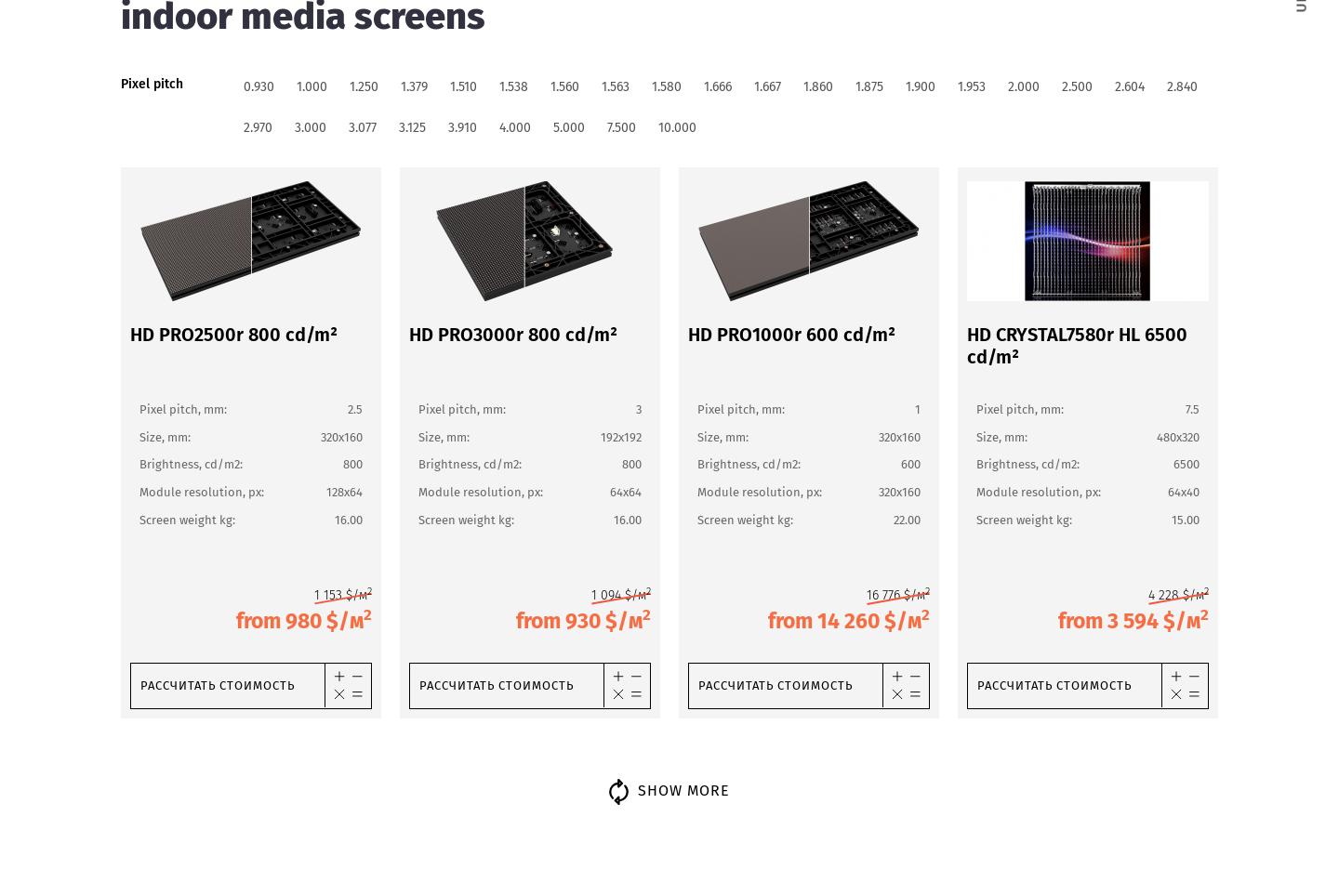 The height and width of the screenshot is (896, 1339). I want to click on '16 776 
			            $/м', so click(866, 595).